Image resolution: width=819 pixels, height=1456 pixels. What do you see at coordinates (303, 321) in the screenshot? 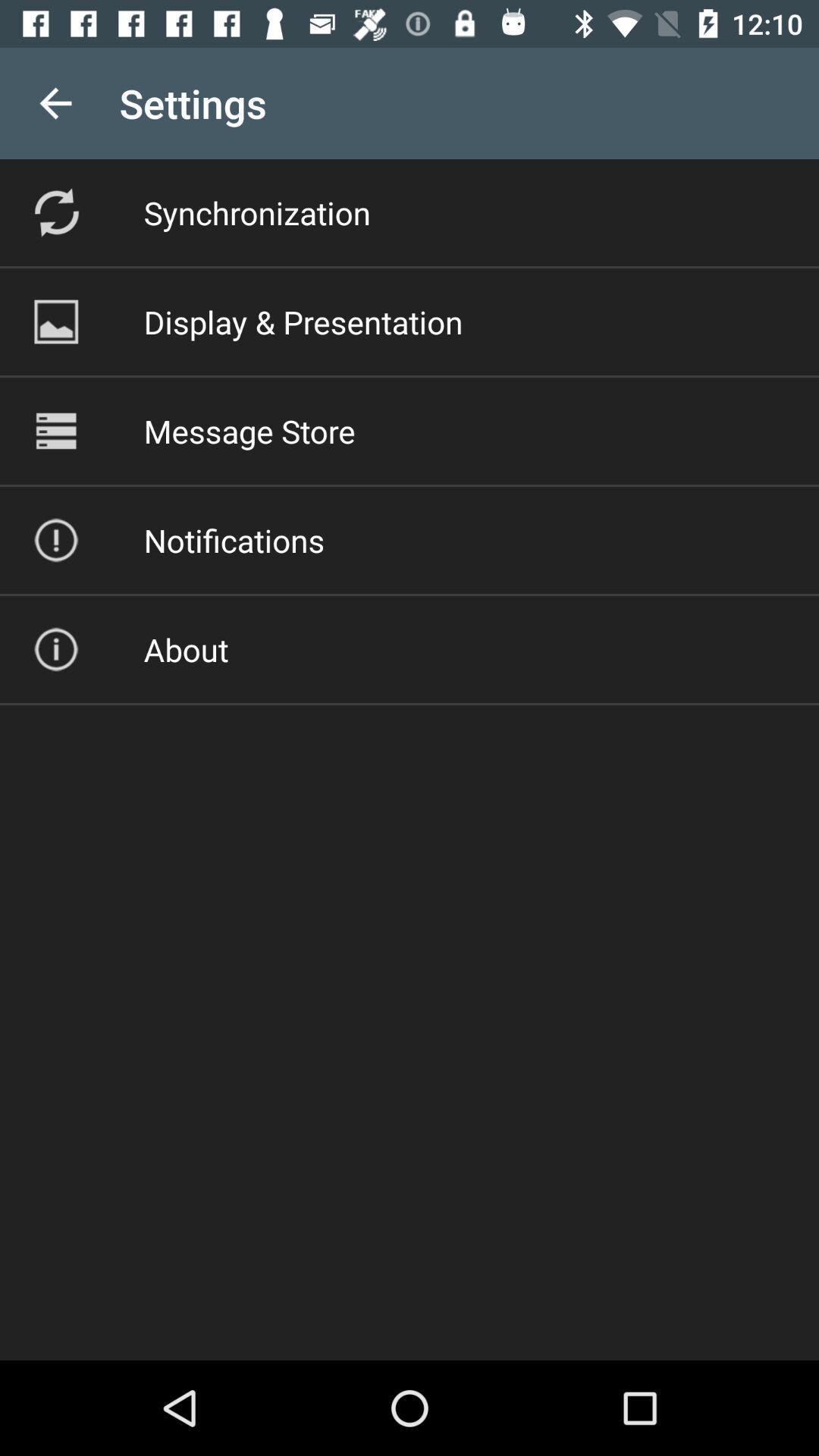
I see `display & presentation` at bounding box center [303, 321].